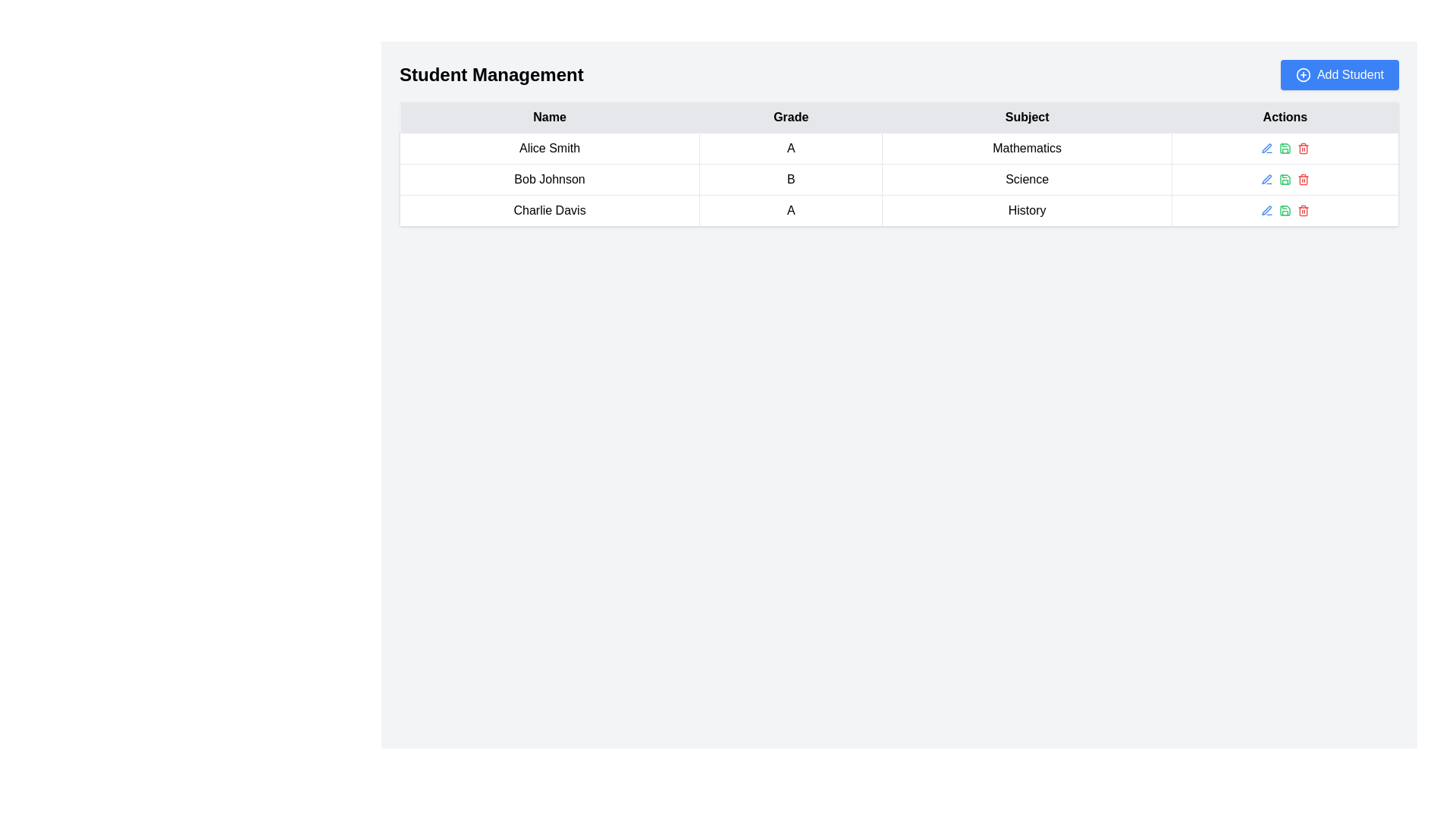 This screenshot has height=819, width=1456. What do you see at coordinates (790, 210) in the screenshot?
I see `the text element 'A' in the 'Grade' column for student 'Charlie Davis' in the student management table` at bounding box center [790, 210].